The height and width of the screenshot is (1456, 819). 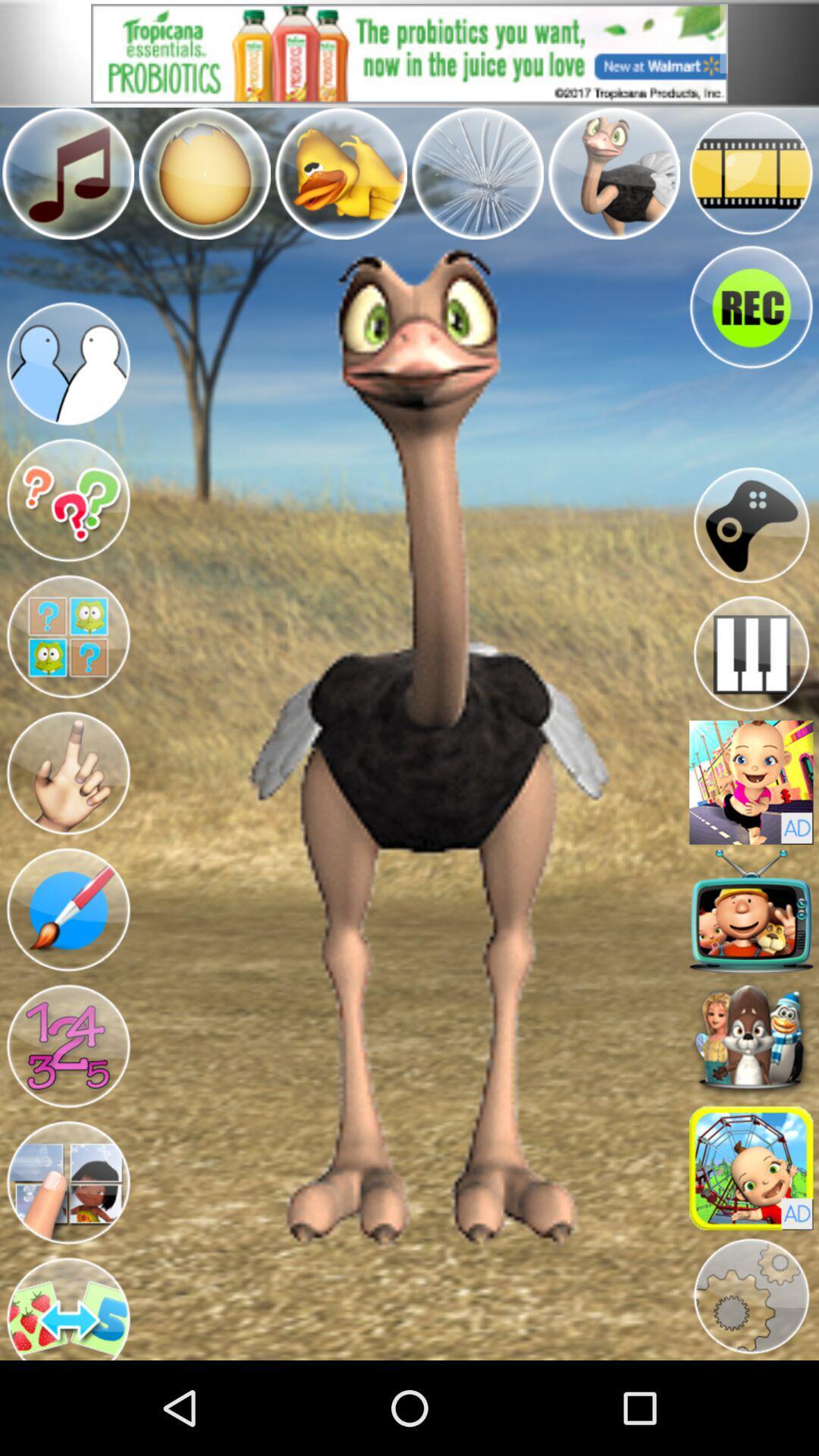 I want to click on the group icon, so click(x=67, y=389).